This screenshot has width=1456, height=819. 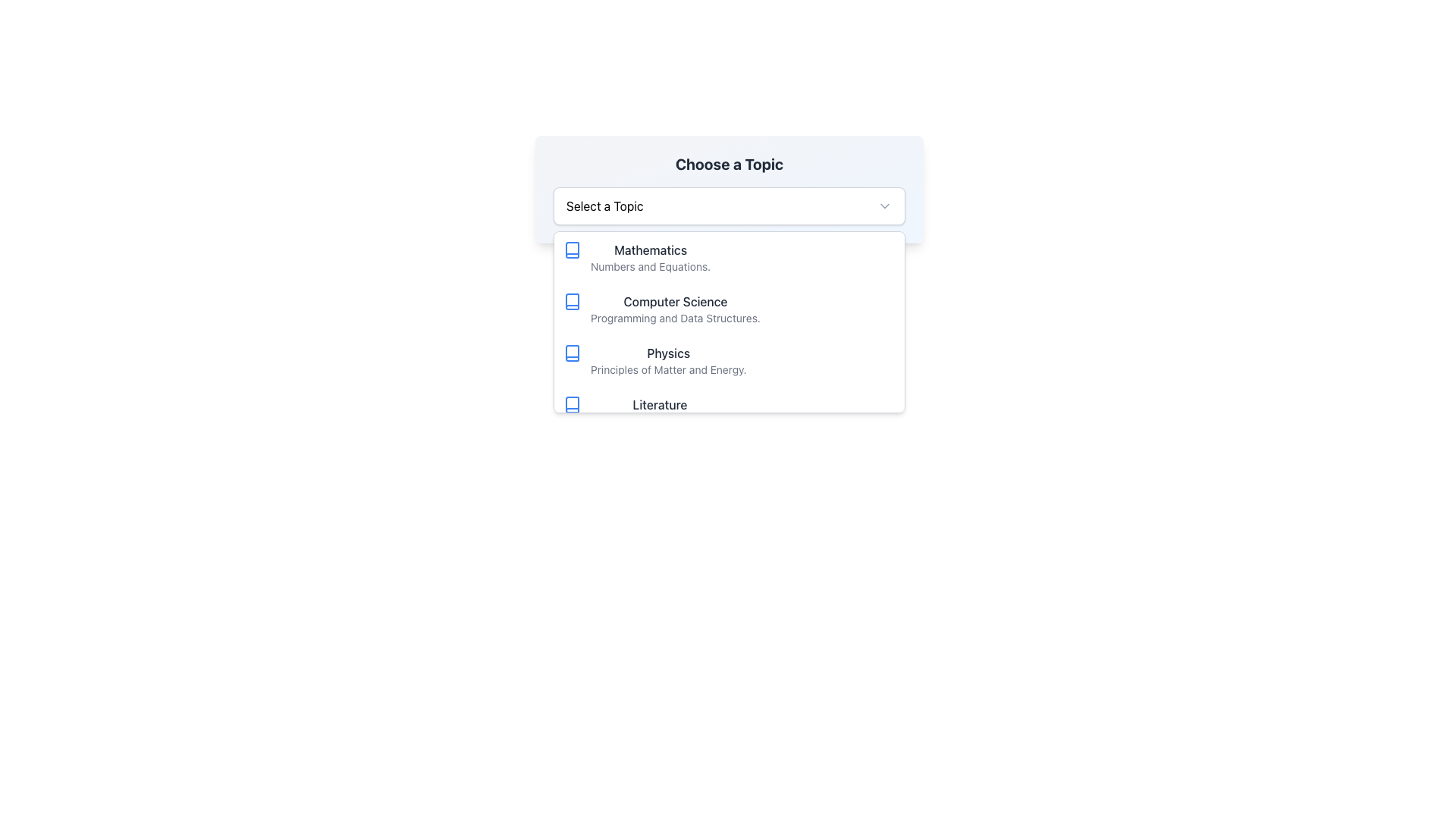 What do you see at coordinates (675, 309) in the screenshot?
I see `the 'Computer Science' text block, which is the second selectable item in the list of topics` at bounding box center [675, 309].